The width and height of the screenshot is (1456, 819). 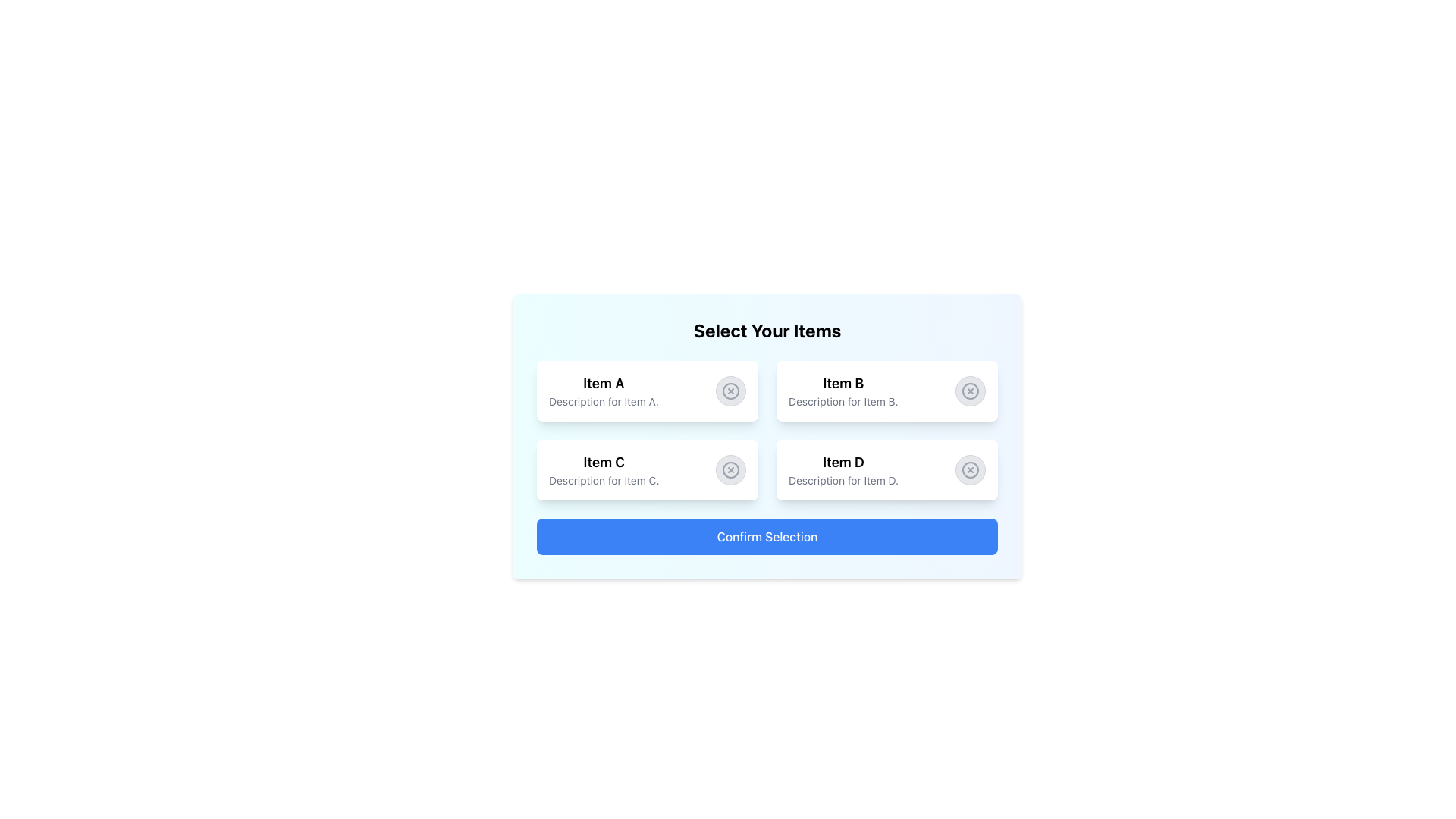 What do you see at coordinates (971, 391) in the screenshot?
I see `the close button located` at bounding box center [971, 391].